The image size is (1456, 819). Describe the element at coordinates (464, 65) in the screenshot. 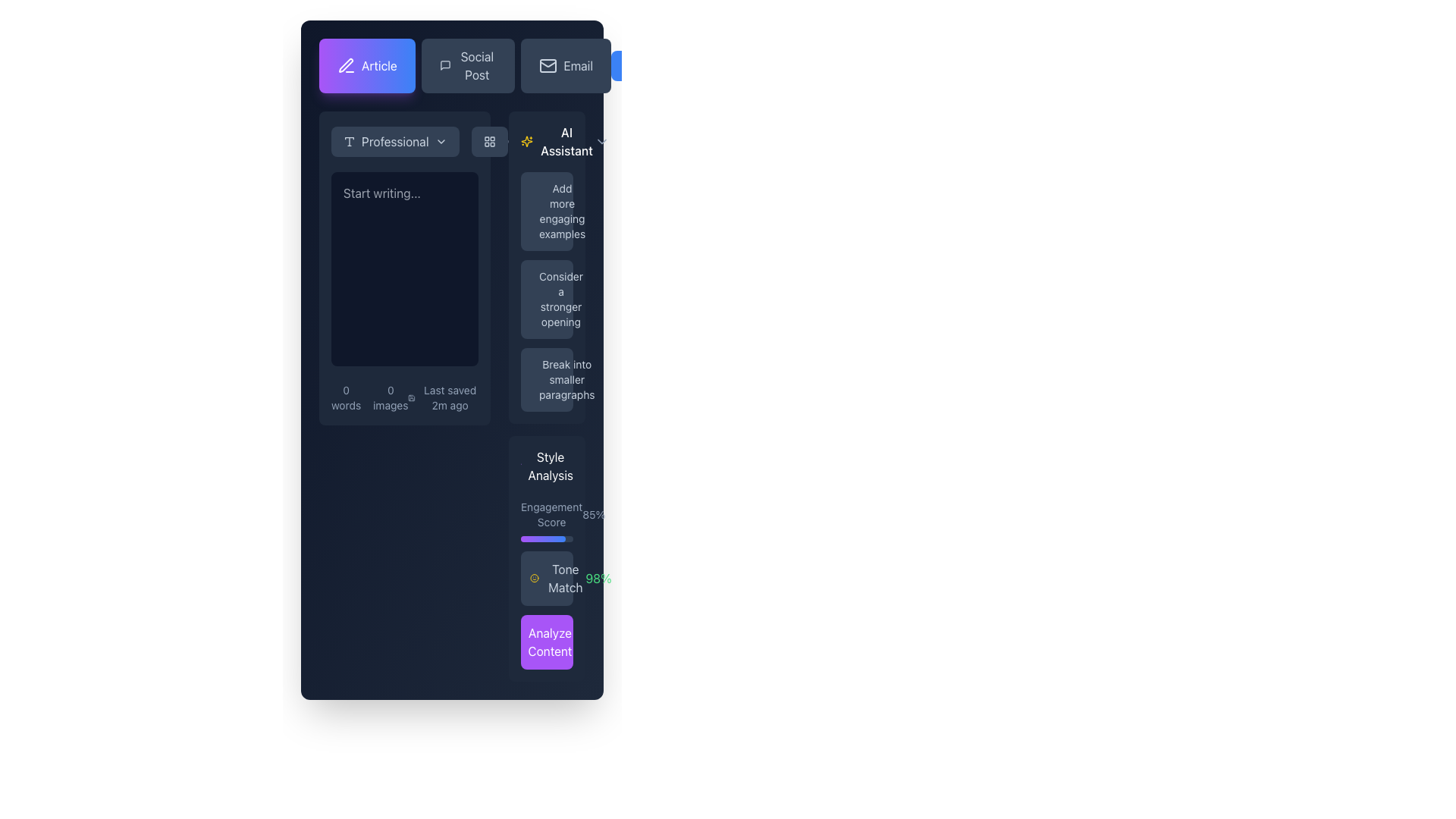

I see `the 'Social Post' button located between the 'Article' button on the left and the 'Email' button on the right to observe any hover effects` at that location.